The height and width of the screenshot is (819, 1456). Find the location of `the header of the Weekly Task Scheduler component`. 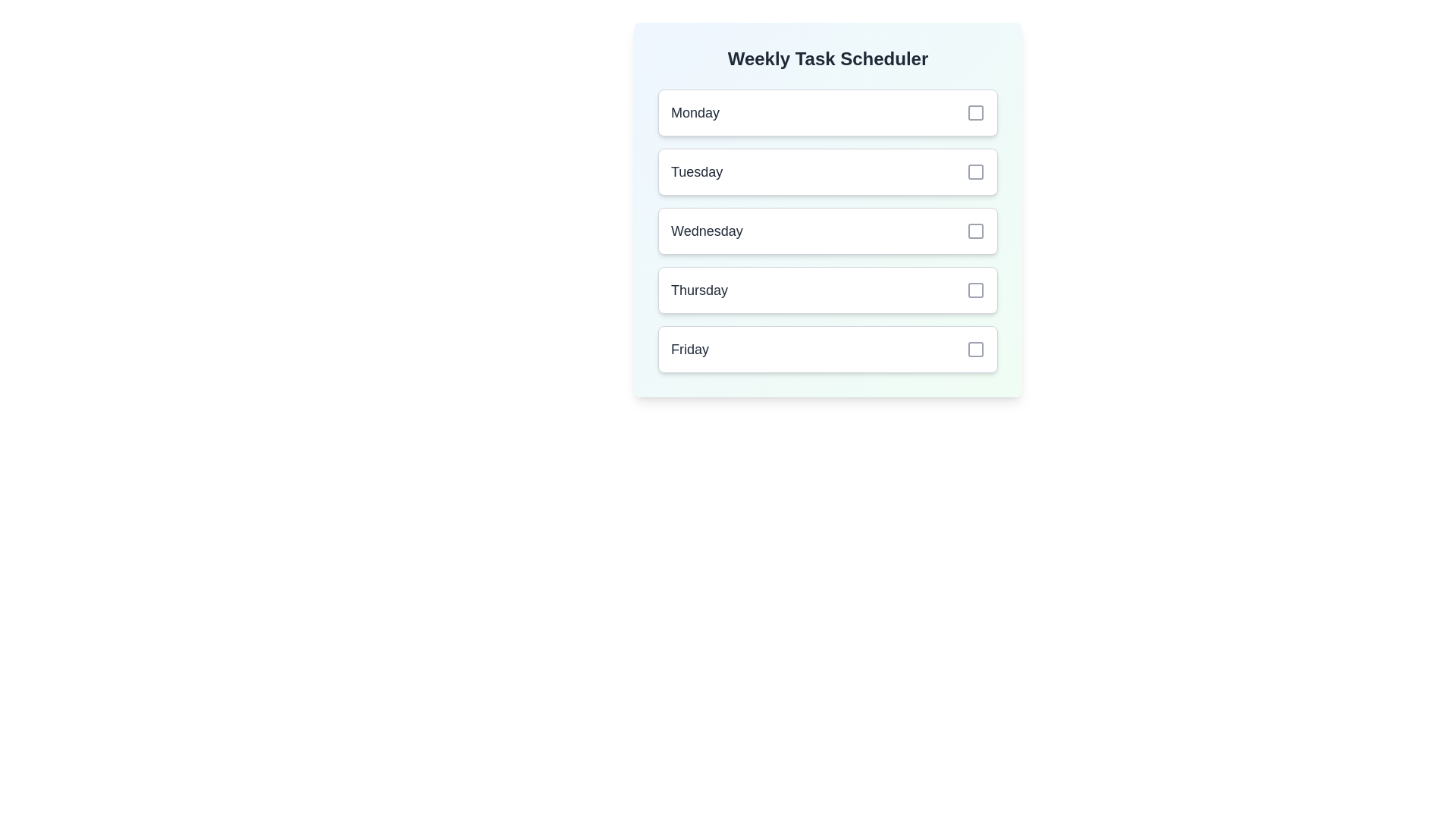

the header of the Weekly Task Scheduler component is located at coordinates (827, 58).